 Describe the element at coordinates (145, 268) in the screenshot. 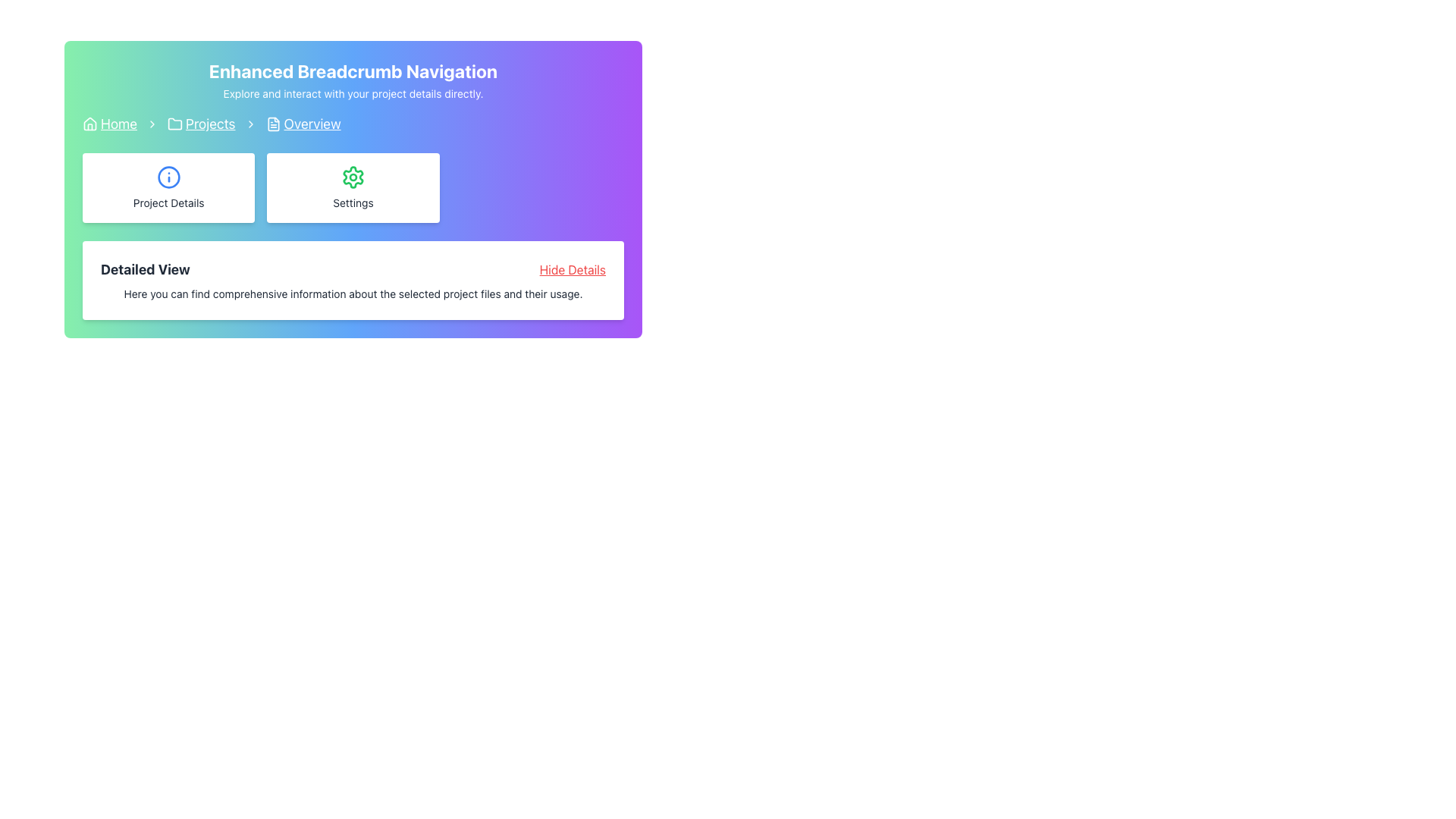

I see `the bold, large-sized text label reading 'Detailed View', which is prominently displayed in black font against a white background, indicating its significance within the interface` at that location.